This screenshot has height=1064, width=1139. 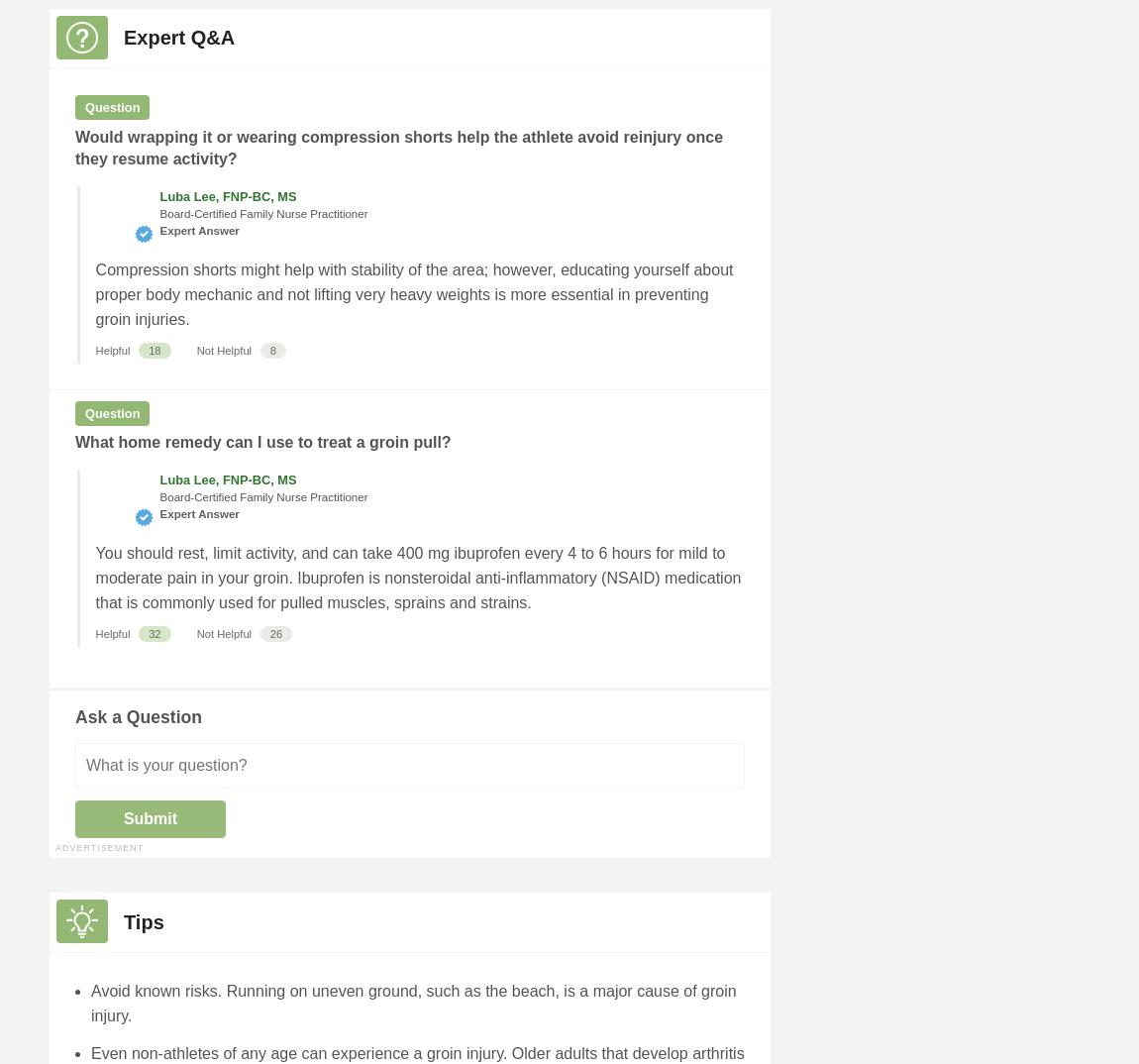 I want to click on '32', so click(x=147, y=633).